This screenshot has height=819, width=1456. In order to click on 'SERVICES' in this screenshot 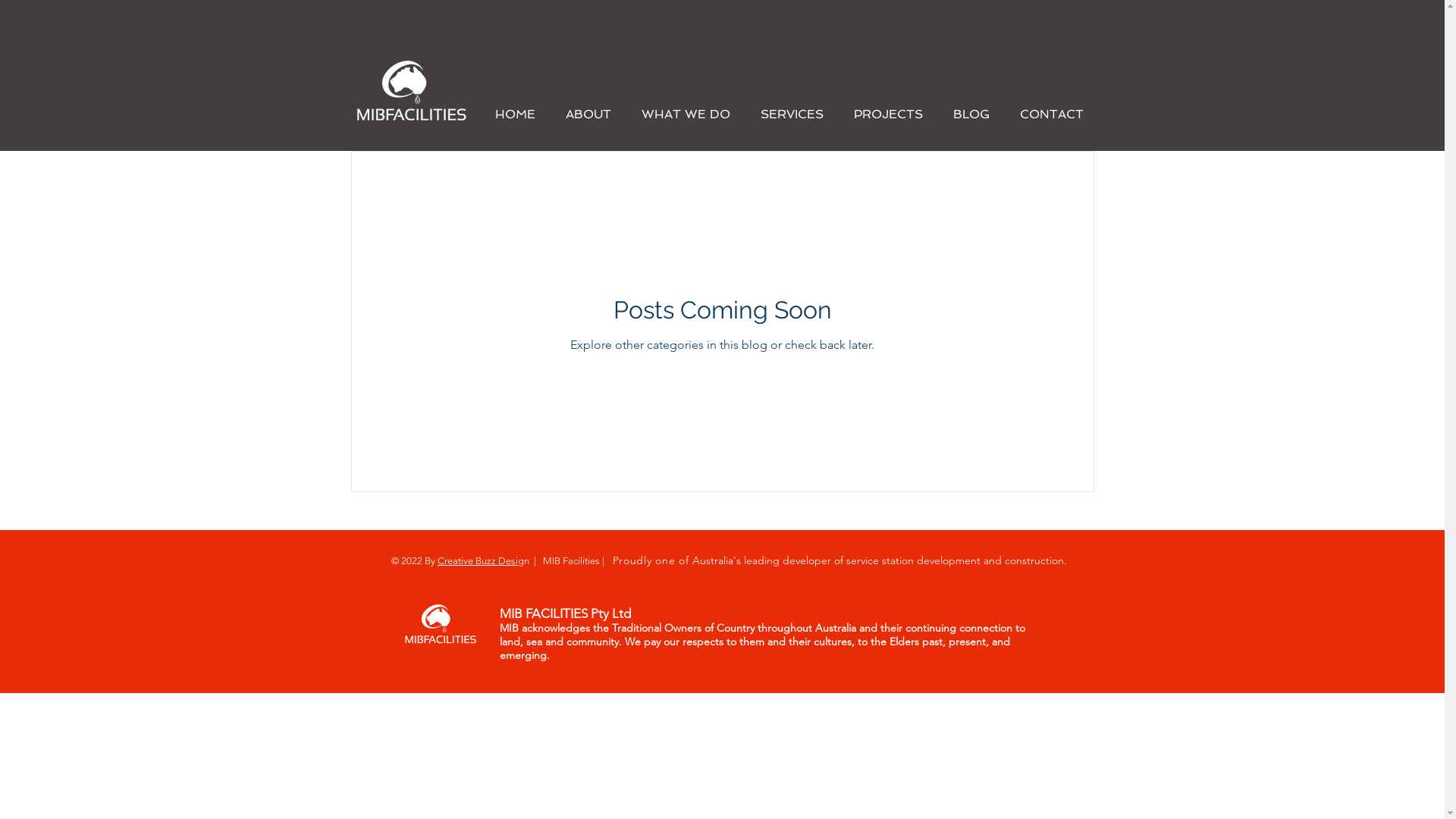, I will do `click(790, 113)`.